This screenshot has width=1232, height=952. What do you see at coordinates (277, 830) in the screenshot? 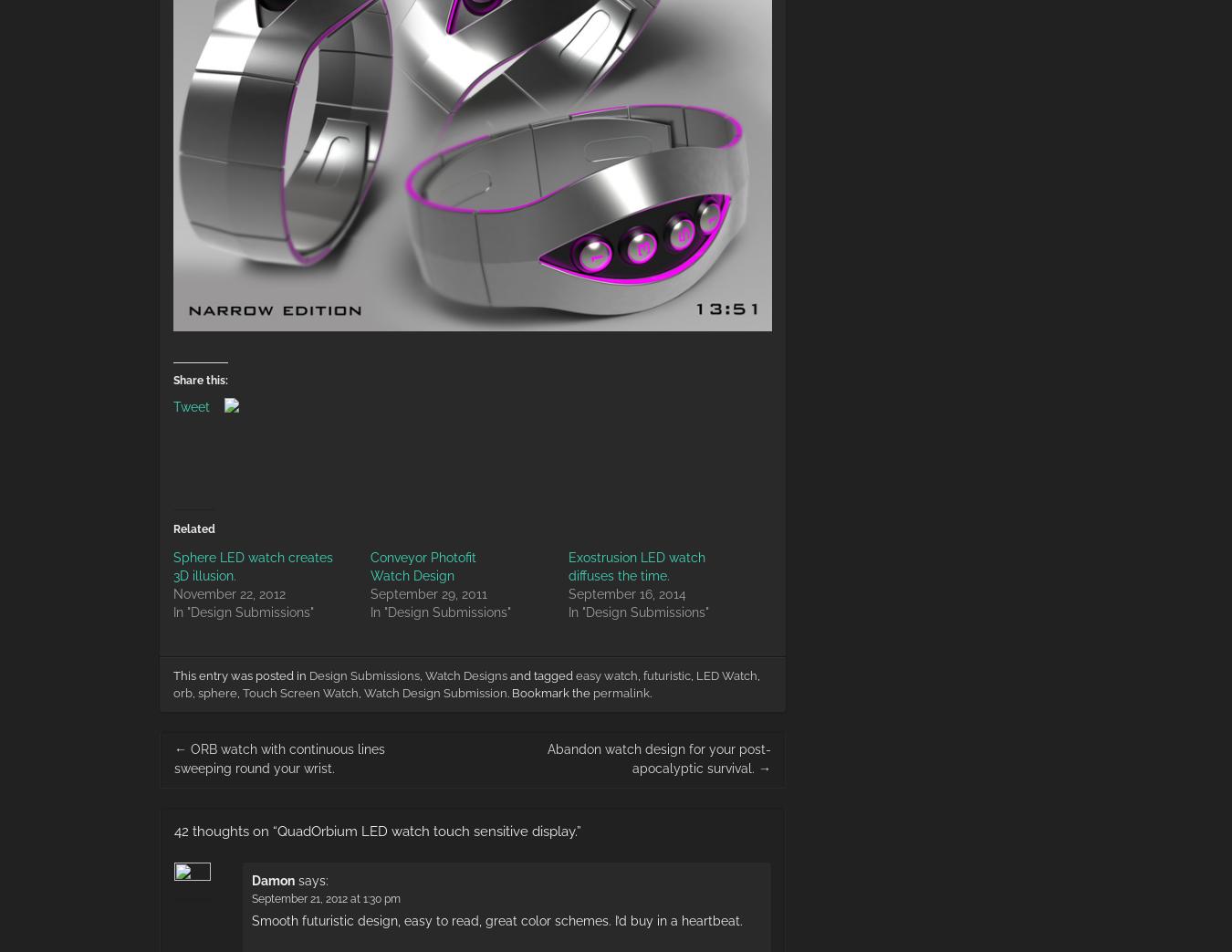
I see `'QuadOrbium LED watch touch sensitive display.'` at bounding box center [277, 830].